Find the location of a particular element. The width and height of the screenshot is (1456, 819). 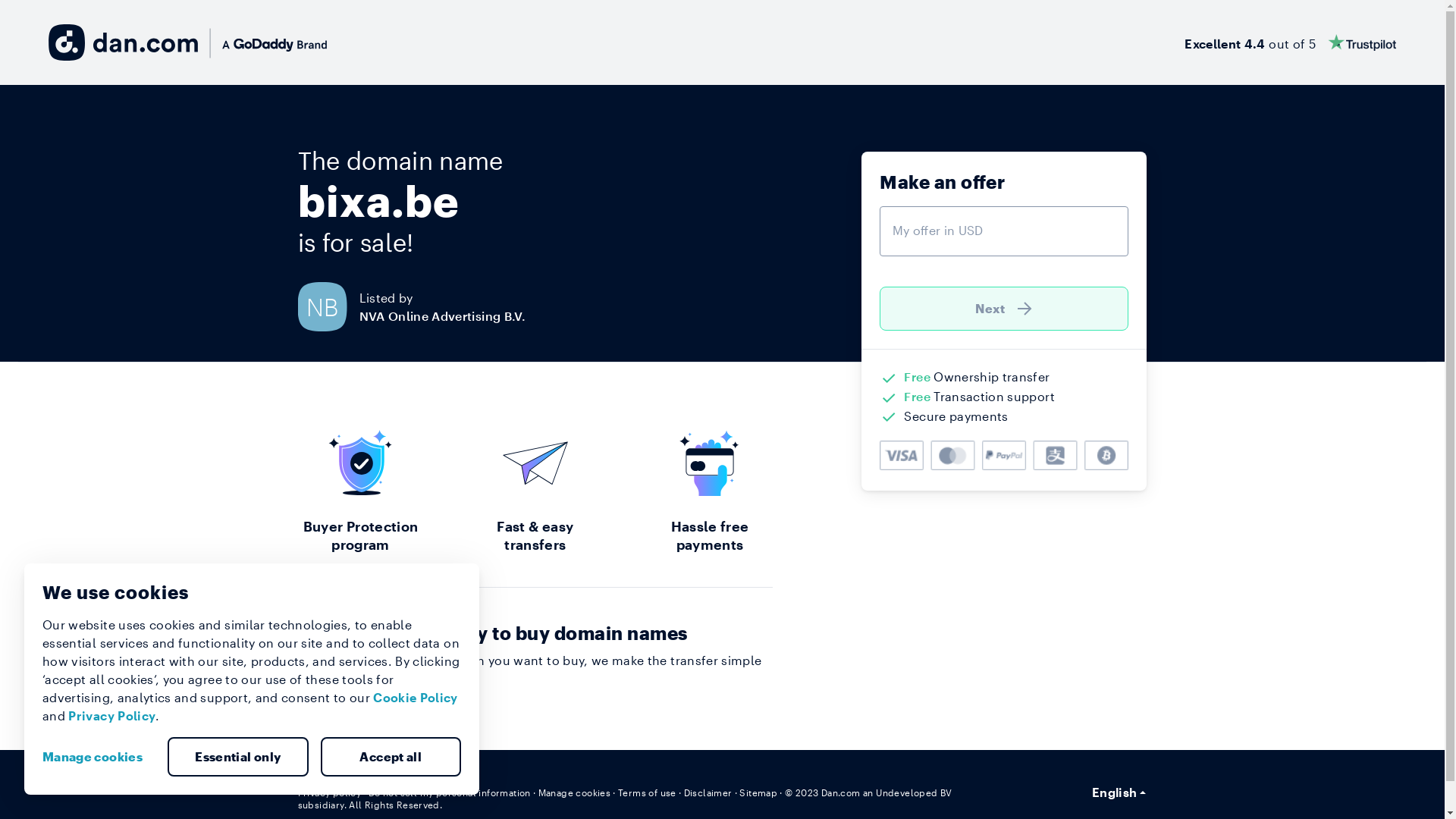

'Manage cookies' is located at coordinates (574, 792).